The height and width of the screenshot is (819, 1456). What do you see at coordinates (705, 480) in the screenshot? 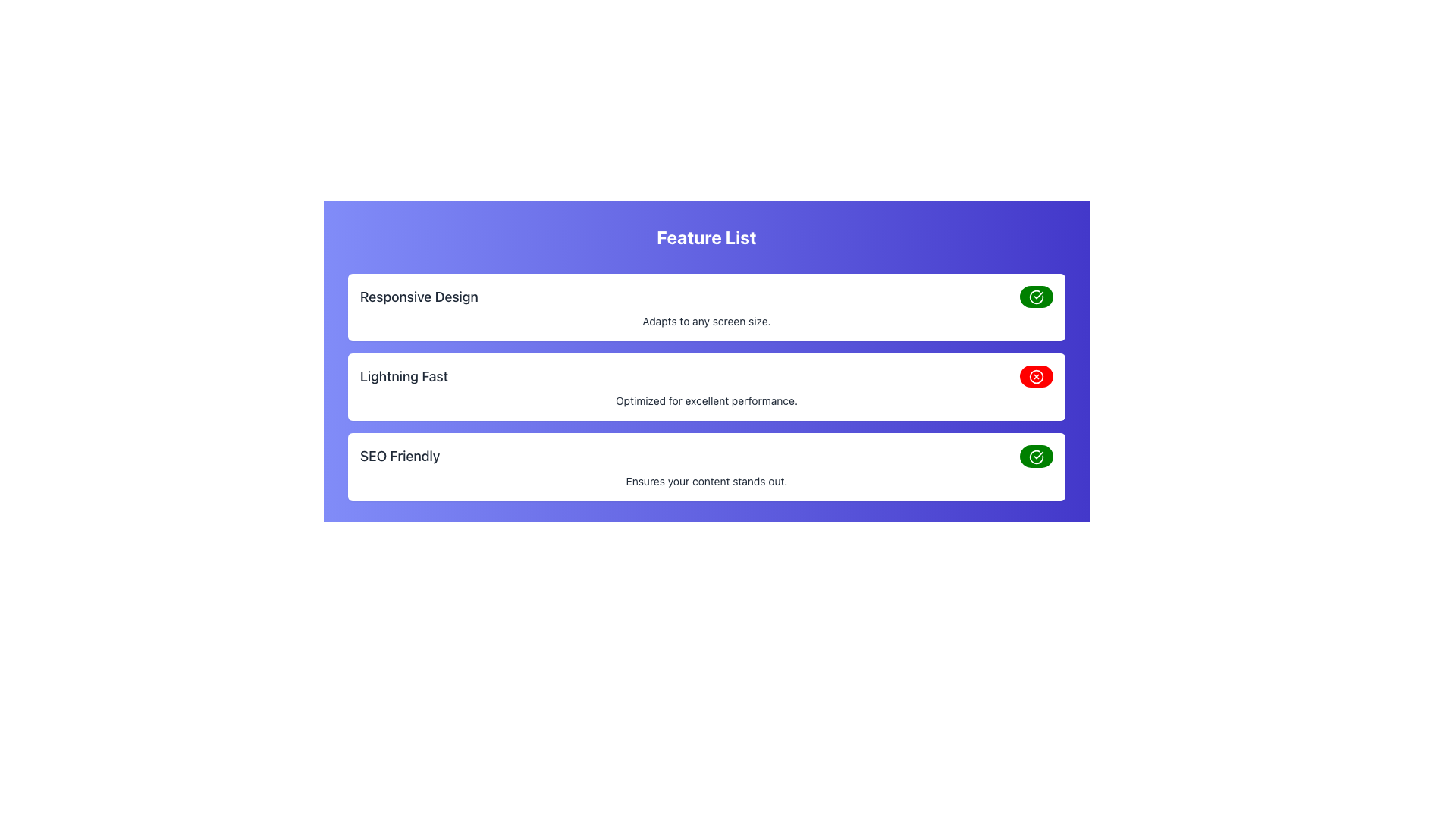
I see `the static text element that reads 'Ensures your content stands out.' located beneath the 'SEO Friendly' heading` at bounding box center [705, 480].